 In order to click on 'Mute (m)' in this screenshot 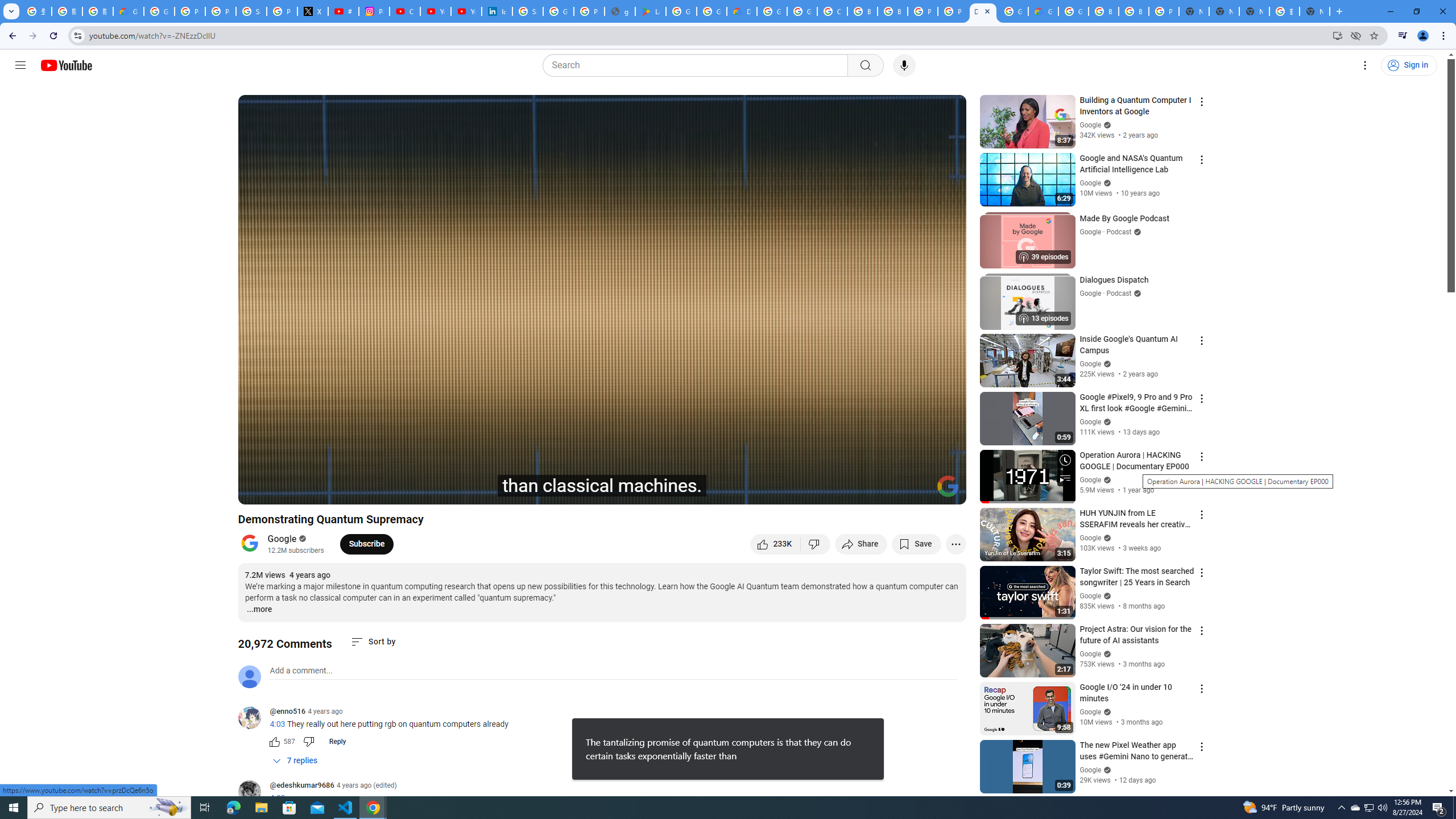, I will do `click(312, 490)`.